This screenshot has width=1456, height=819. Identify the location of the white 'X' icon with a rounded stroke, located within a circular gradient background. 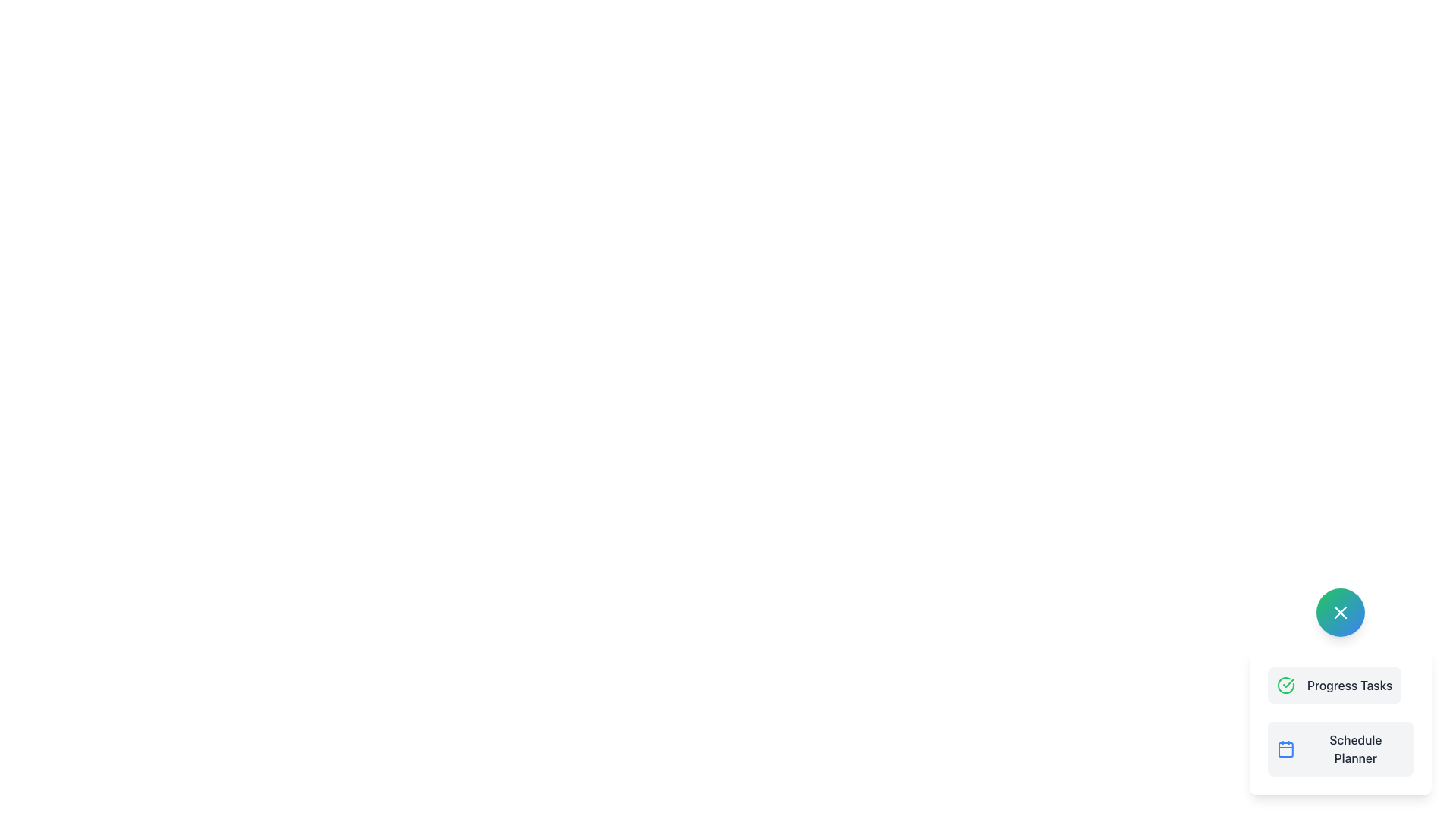
(1340, 611).